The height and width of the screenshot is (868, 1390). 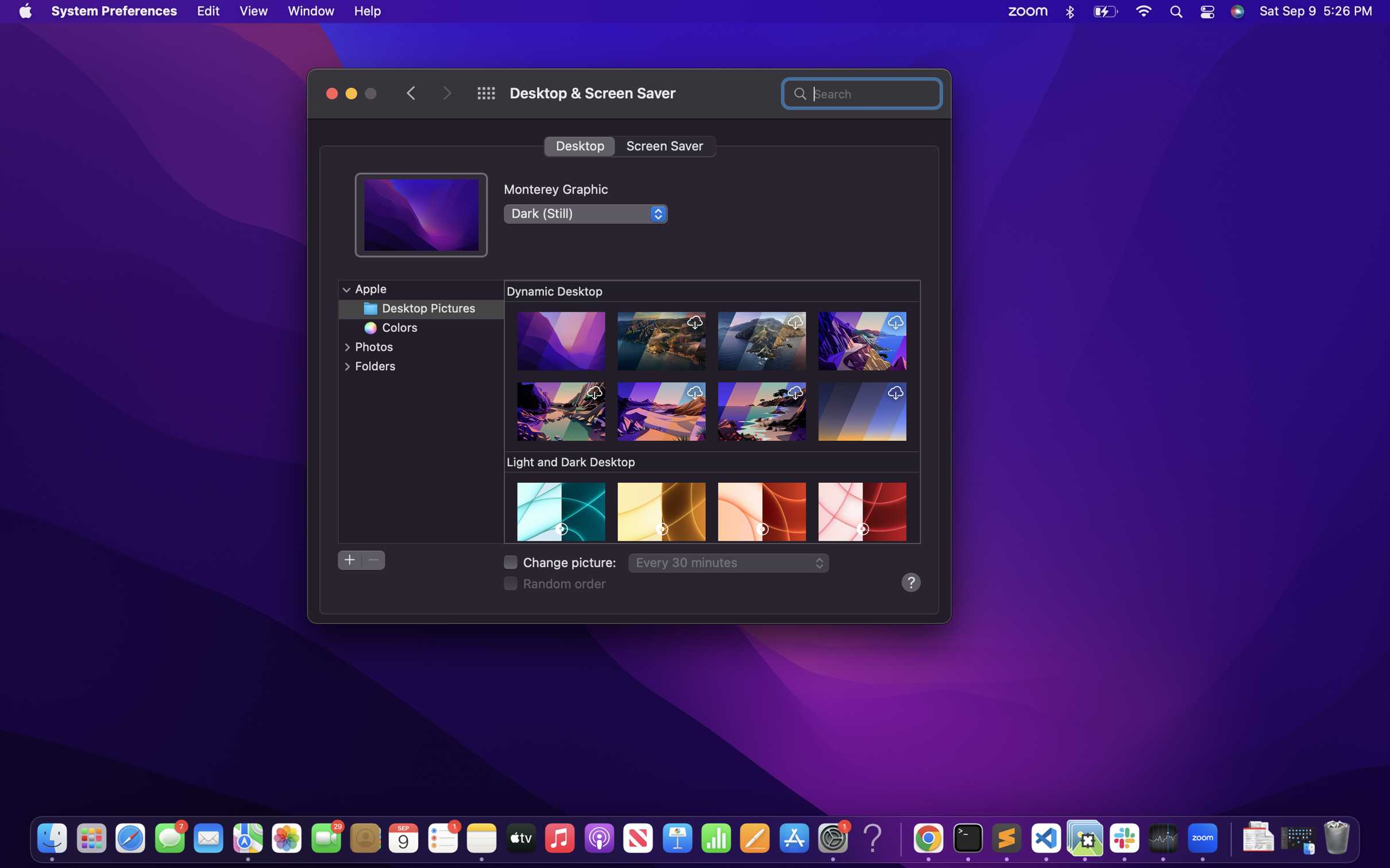 What do you see at coordinates (578, 145) in the screenshot?
I see `the desktop` at bounding box center [578, 145].